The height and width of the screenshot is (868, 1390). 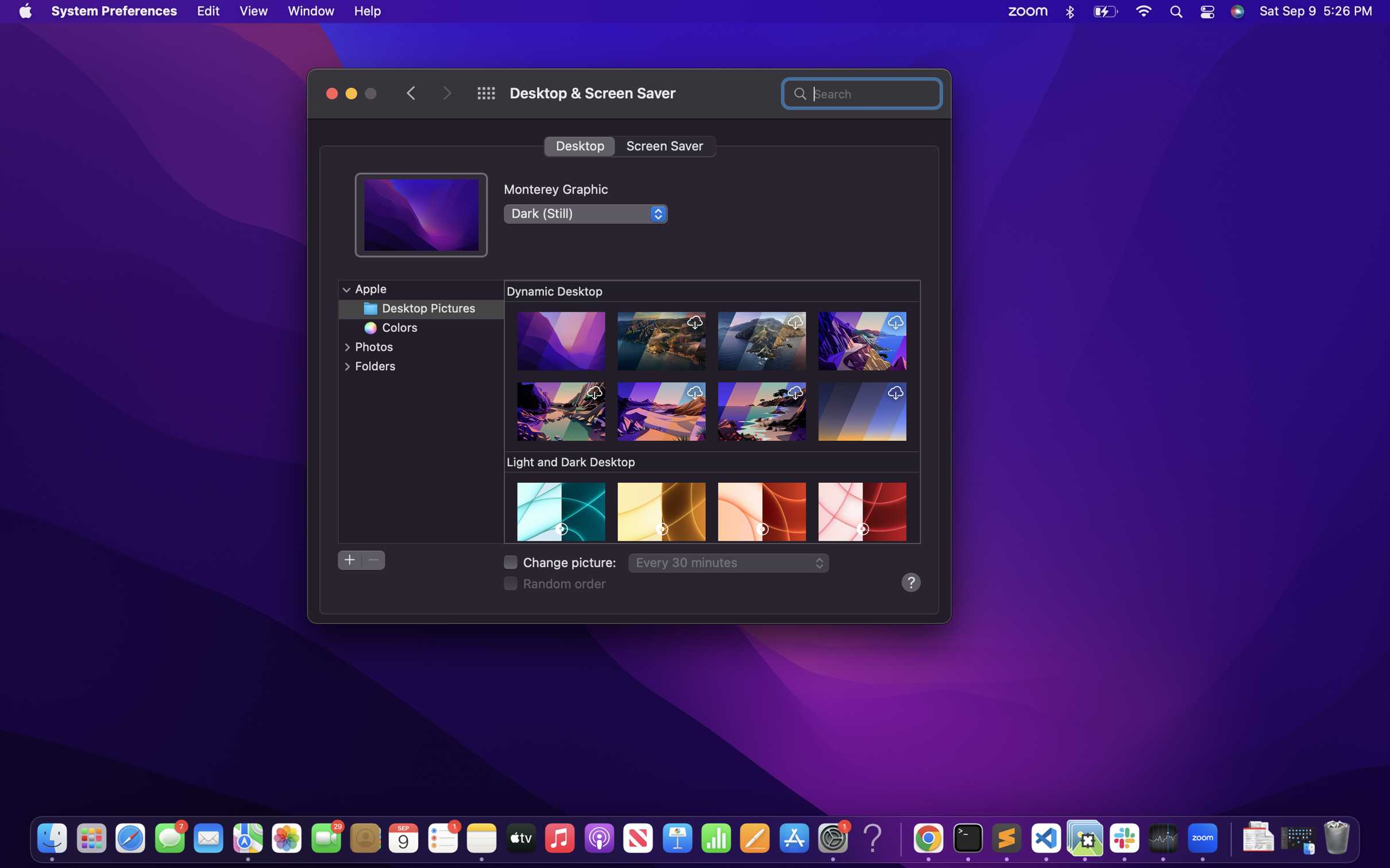 What do you see at coordinates (578, 145) in the screenshot?
I see `the desktop` at bounding box center [578, 145].